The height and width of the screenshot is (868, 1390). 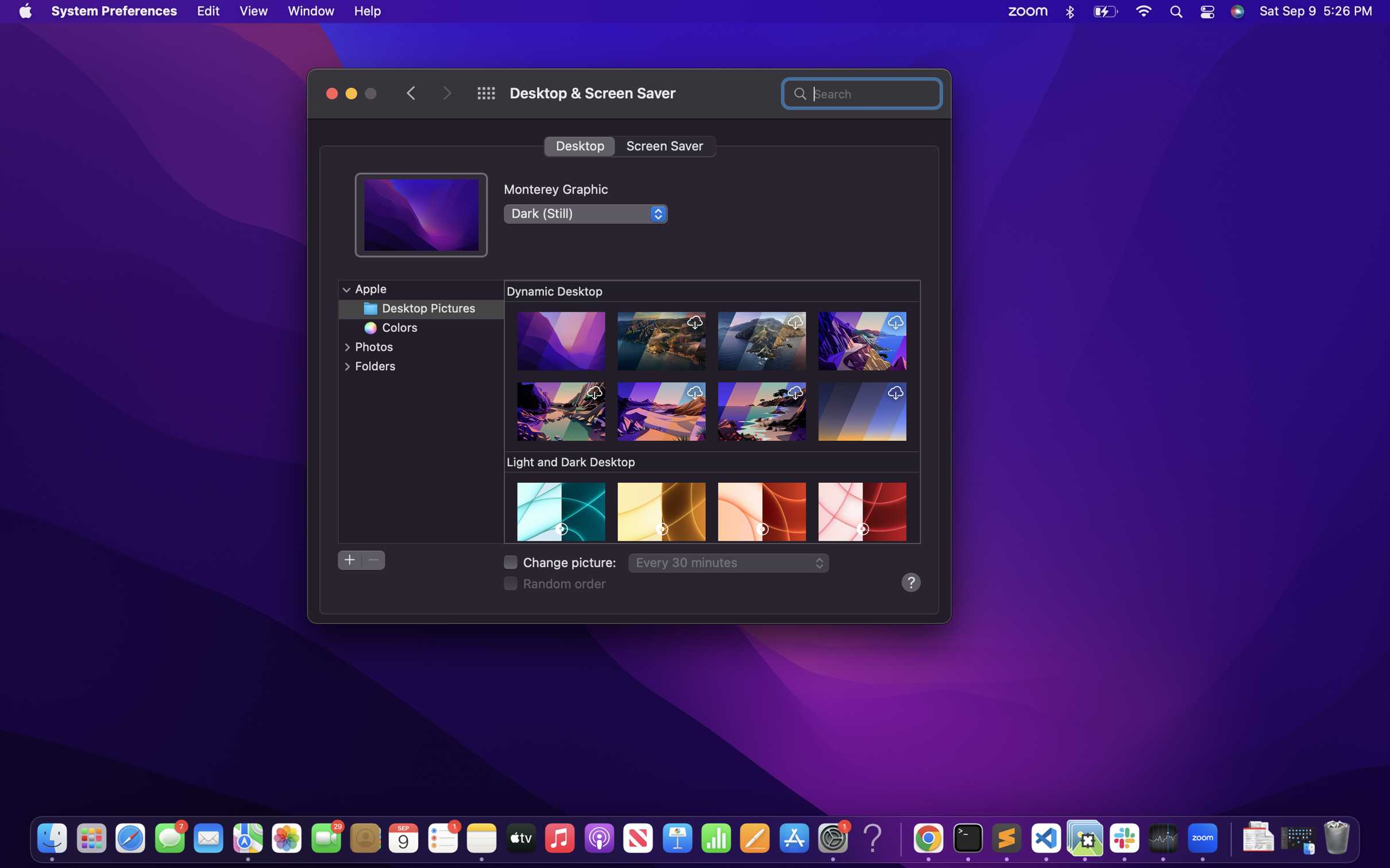 What do you see at coordinates (578, 145) in the screenshot?
I see `the desktop` at bounding box center [578, 145].